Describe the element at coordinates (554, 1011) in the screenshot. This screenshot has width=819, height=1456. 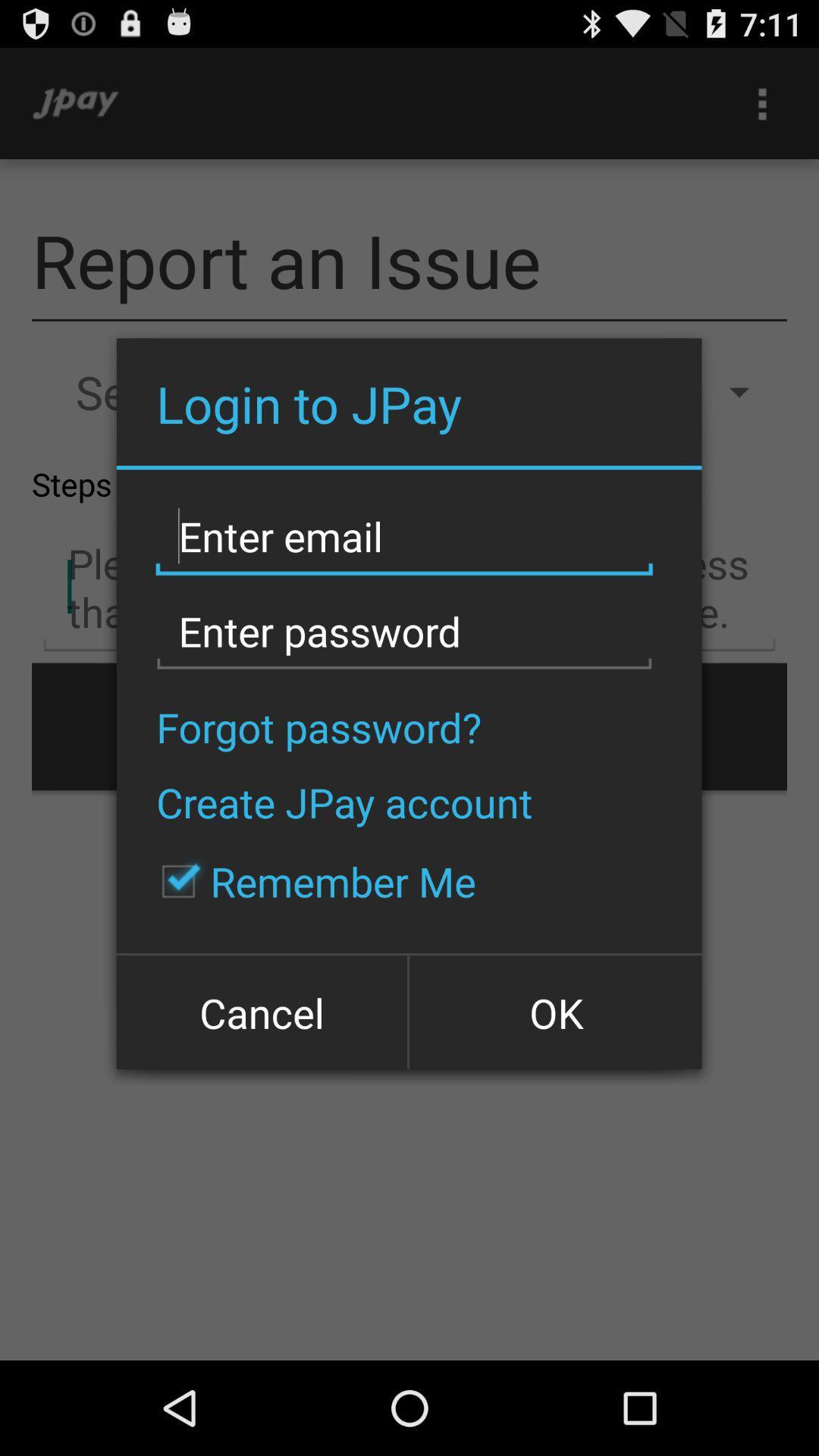
I see `ok item` at that location.